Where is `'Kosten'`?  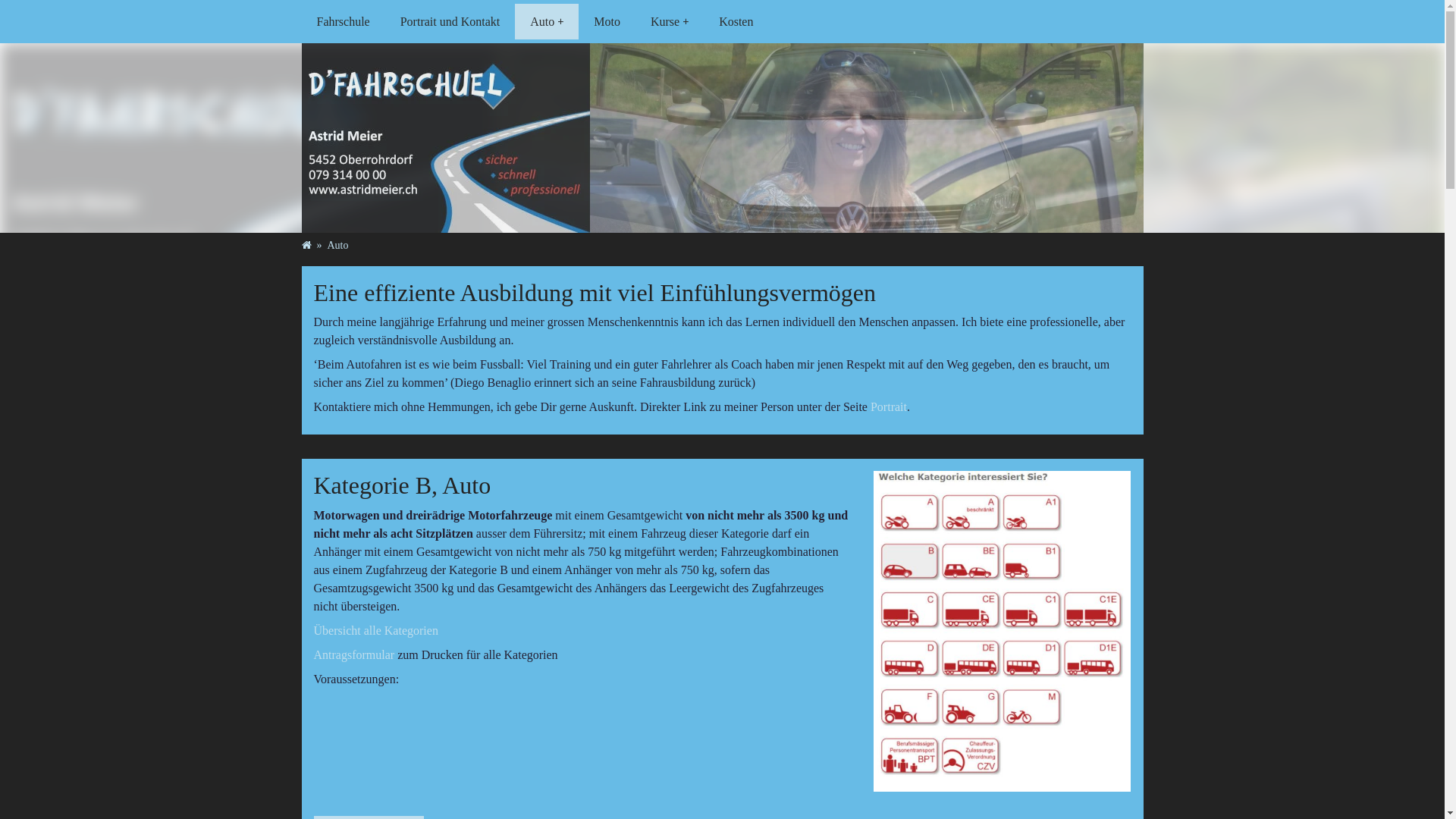 'Kosten' is located at coordinates (736, 21).